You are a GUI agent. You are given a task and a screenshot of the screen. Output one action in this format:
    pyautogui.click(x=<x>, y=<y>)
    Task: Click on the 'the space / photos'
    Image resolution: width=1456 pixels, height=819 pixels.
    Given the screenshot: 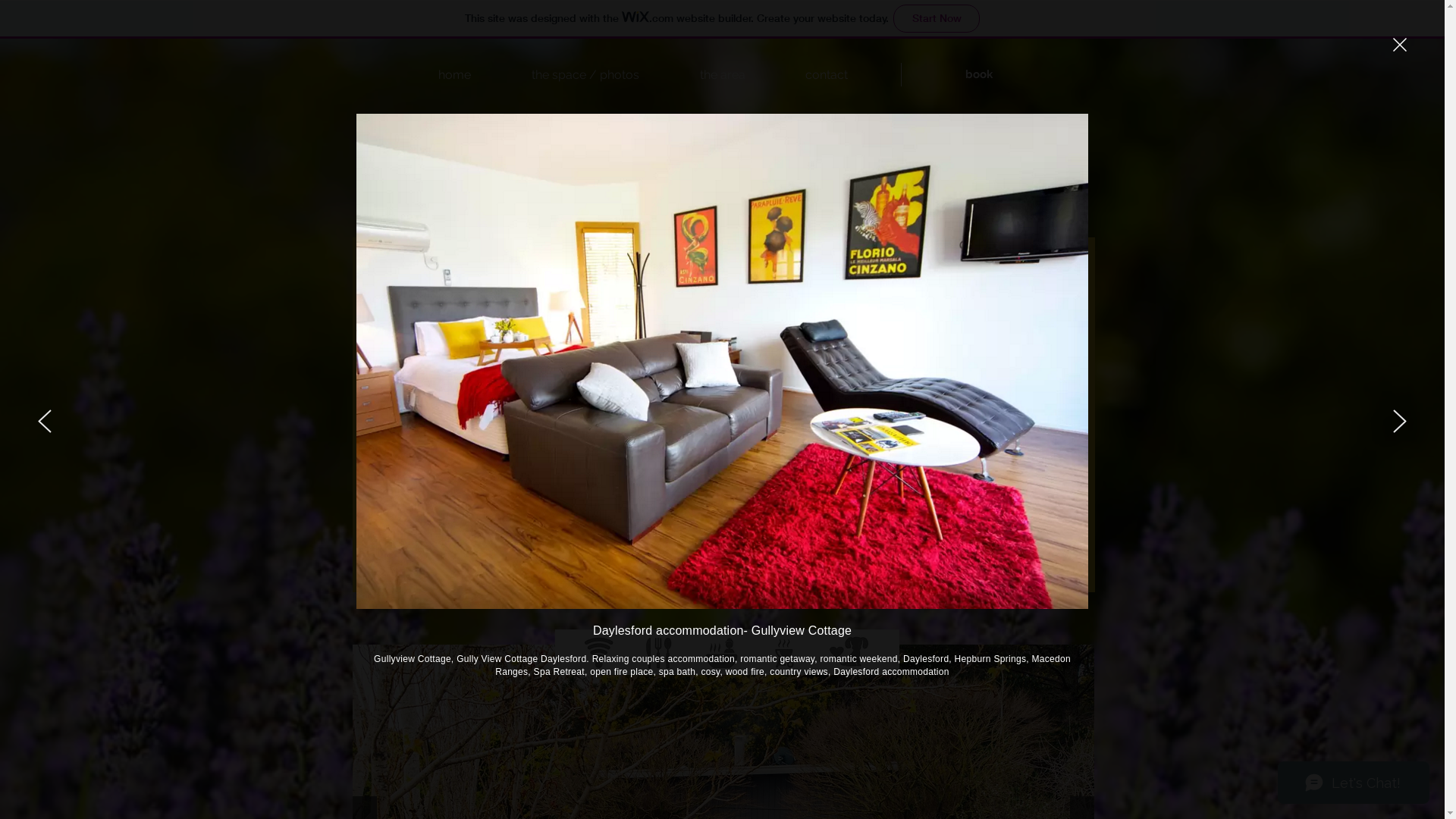 What is the action you would take?
    pyautogui.click(x=566, y=74)
    